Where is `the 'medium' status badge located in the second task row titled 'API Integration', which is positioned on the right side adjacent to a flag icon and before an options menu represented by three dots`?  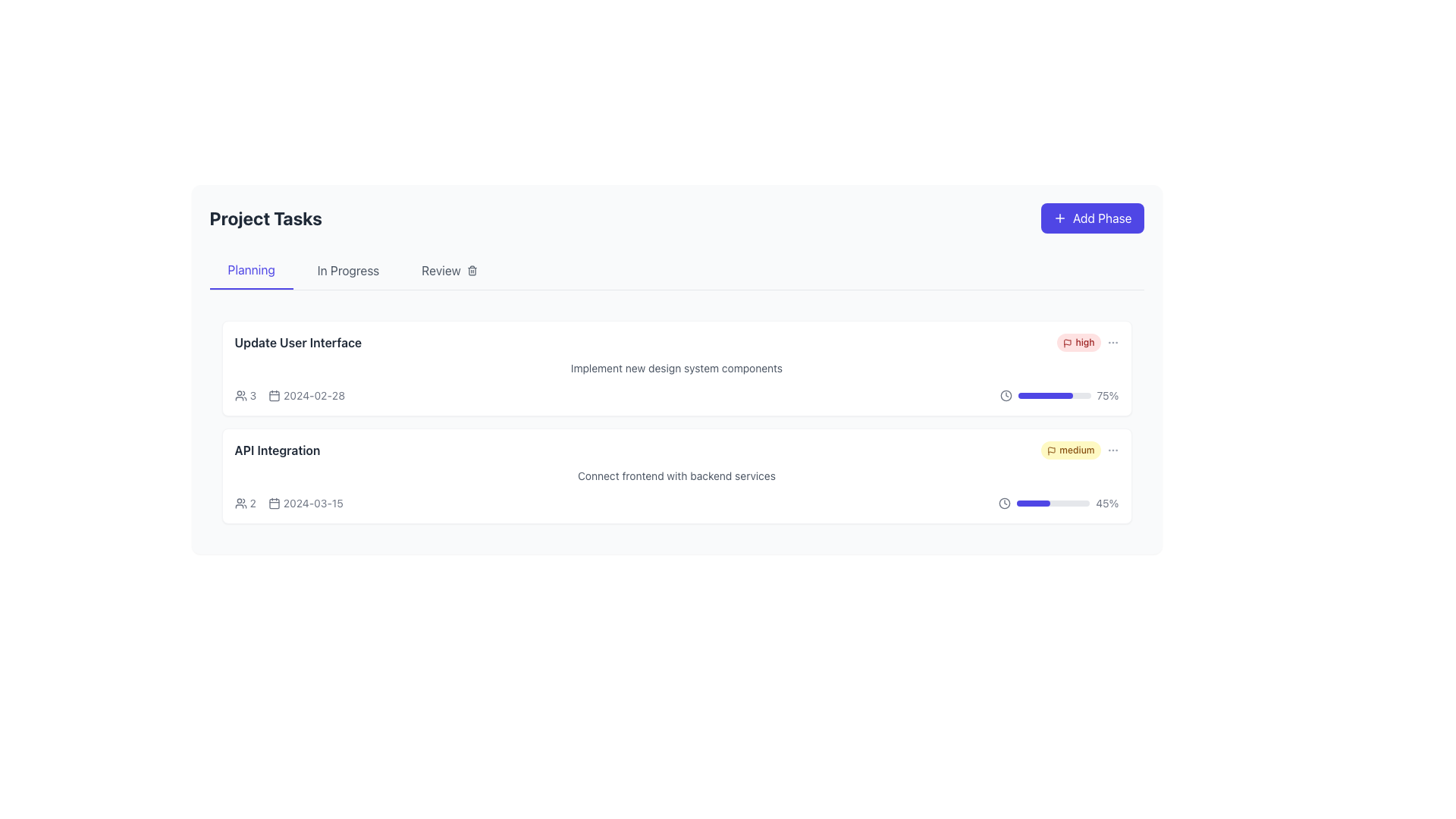
the 'medium' status badge located in the second task row titled 'API Integration', which is positioned on the right side adjacent to a flag icon and before an options menu represented by three dots is located at coordinates (1079, 450).